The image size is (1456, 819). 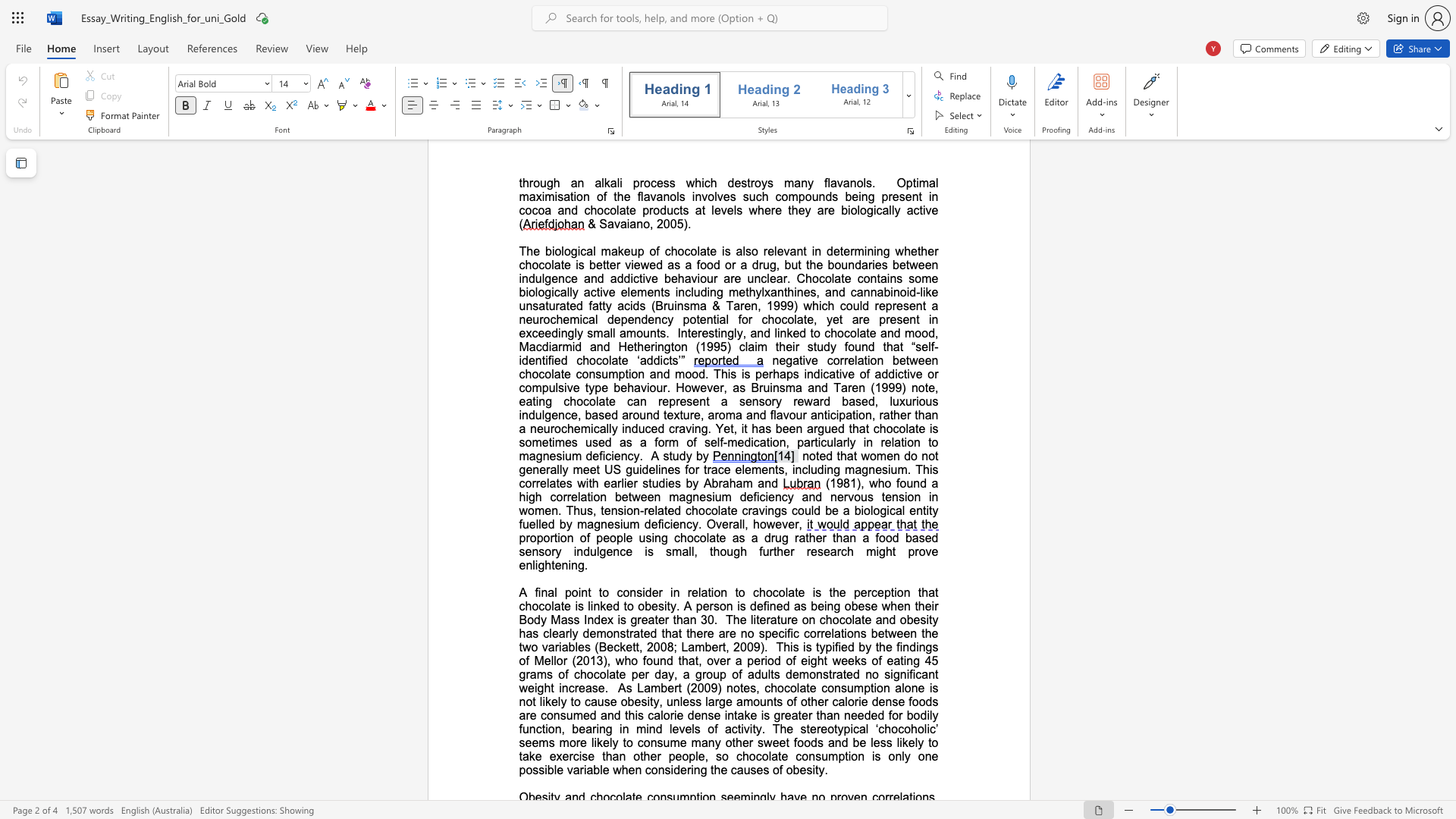 What do you see at coordinates (646, 647) in the screenshot?
I see `the subset text "2008; L" within the text "that there are no specific correlations between the two variables (Beckett, 2008; Lambert, 2009)"` at bounding box center [646, 647].